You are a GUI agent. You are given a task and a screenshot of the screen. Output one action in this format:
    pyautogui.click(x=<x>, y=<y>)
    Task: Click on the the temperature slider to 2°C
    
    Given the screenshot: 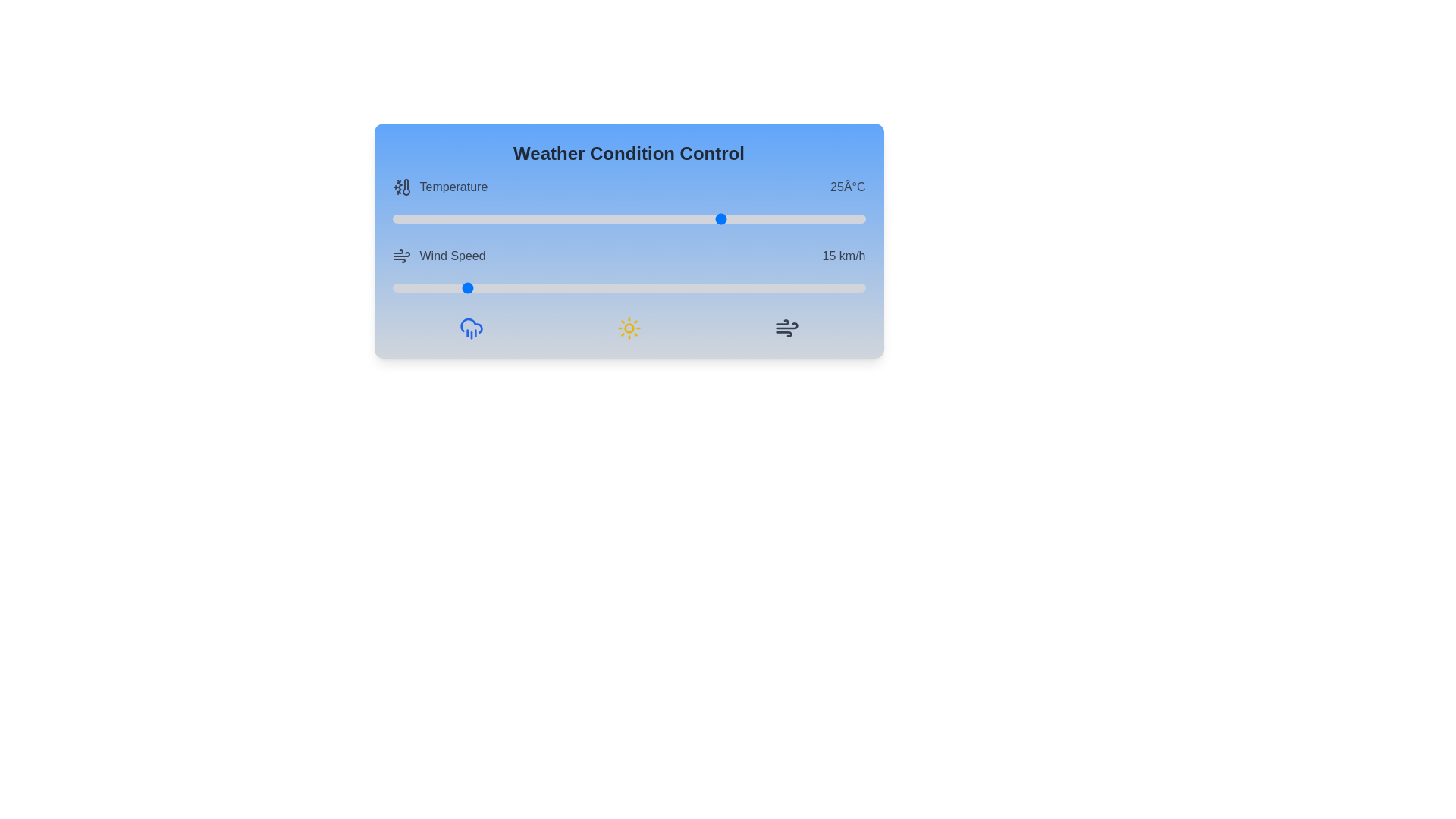 What is the action you would take?
    pyautogui.click(x=506, y=219)
    